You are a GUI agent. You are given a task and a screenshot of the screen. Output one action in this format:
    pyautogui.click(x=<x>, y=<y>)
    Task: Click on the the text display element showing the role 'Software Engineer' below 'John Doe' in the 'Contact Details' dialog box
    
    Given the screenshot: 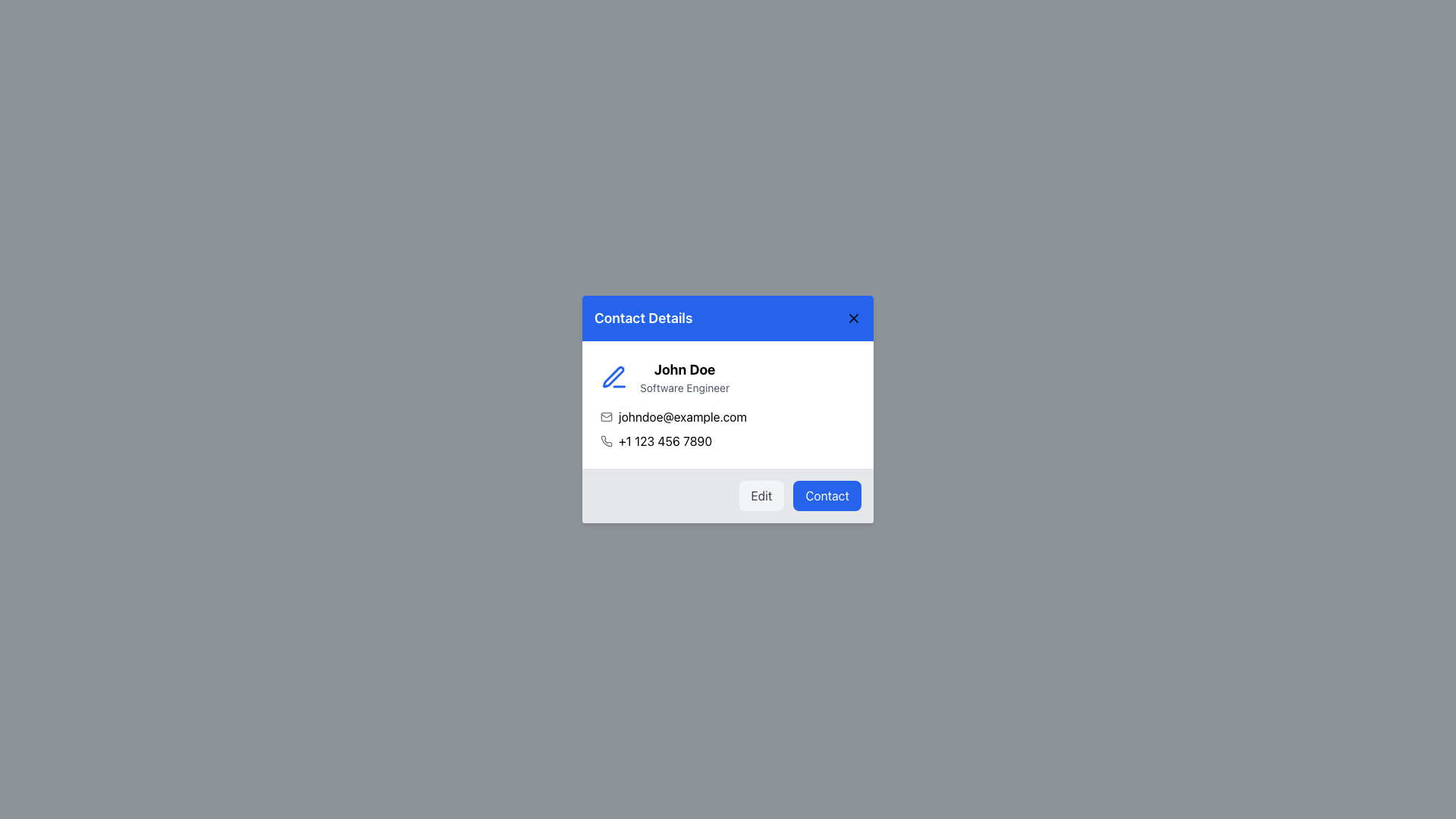 What is the action you would take?
    pyautogui.click(x=684, y=388)
    